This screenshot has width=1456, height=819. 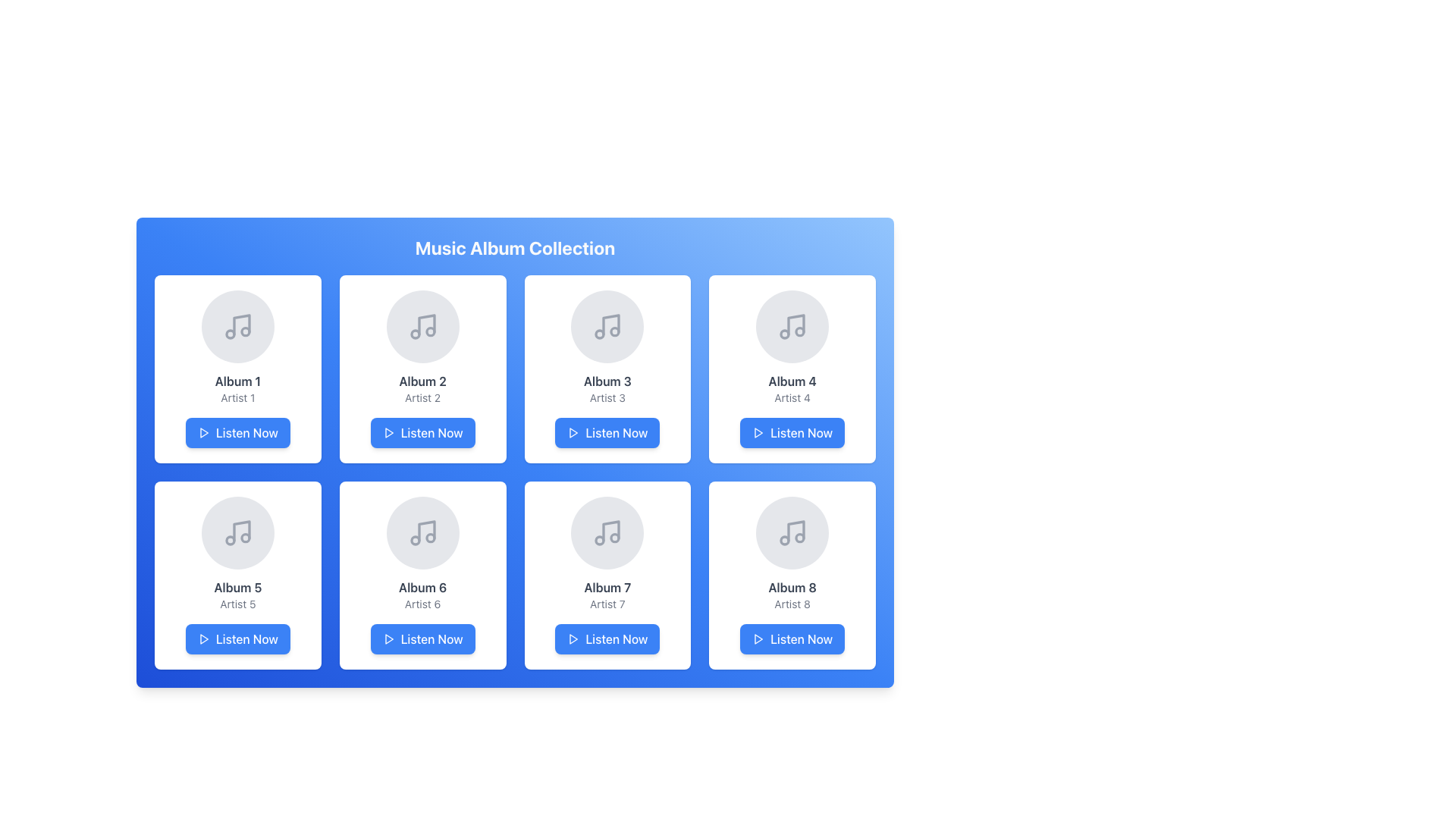 What do you see at coordinates (792, 397) in the screenshot?
I see `the text label displaying the name of the artist associated with 'Album 4' in the fourth card of the music albums grid layout` at bounding box center [792, 397].